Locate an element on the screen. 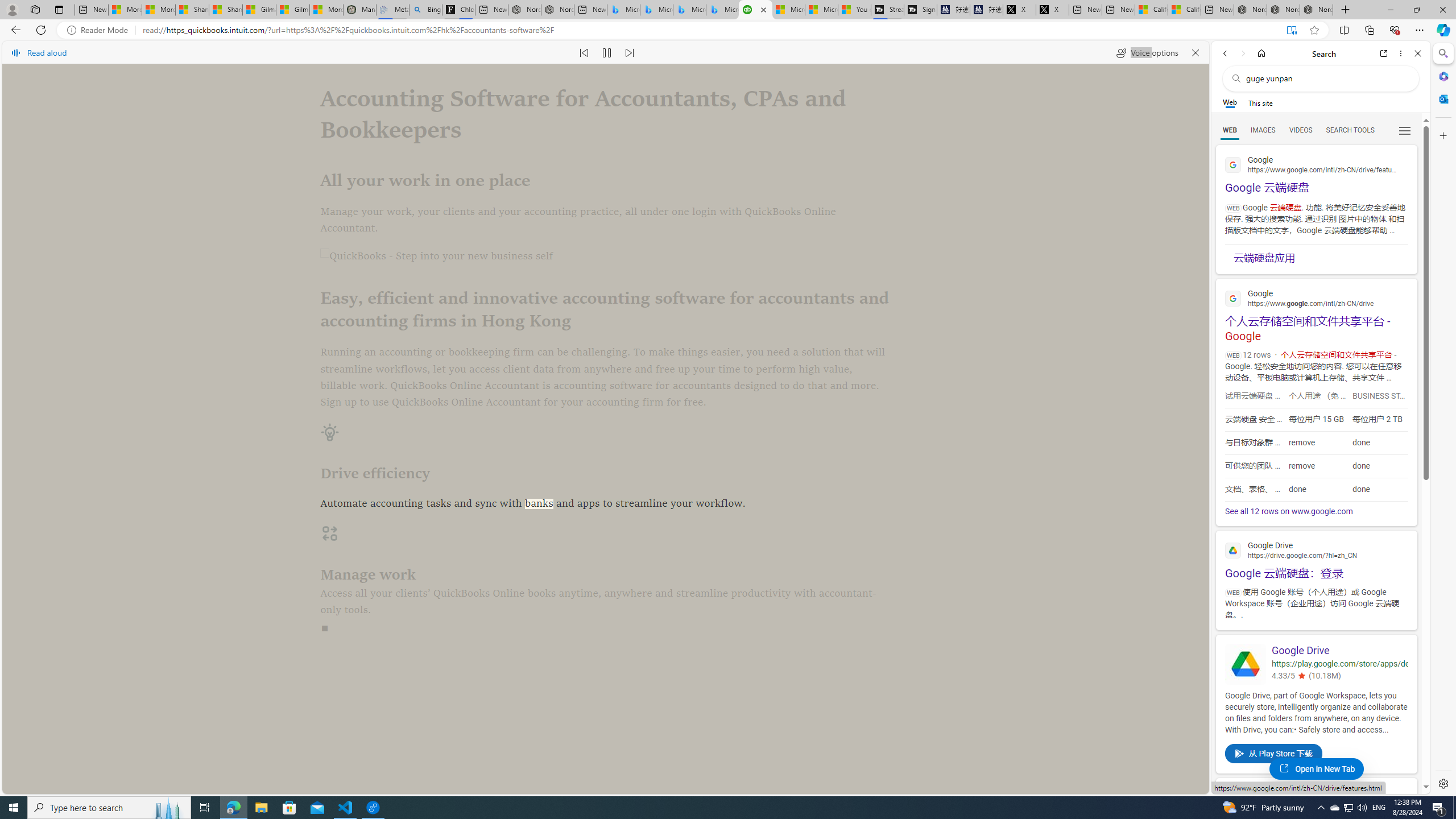 The height and width of the screenshot is (819, 1456). 'Search Filter, IMAGES' is located at coordinates (1262, 129).